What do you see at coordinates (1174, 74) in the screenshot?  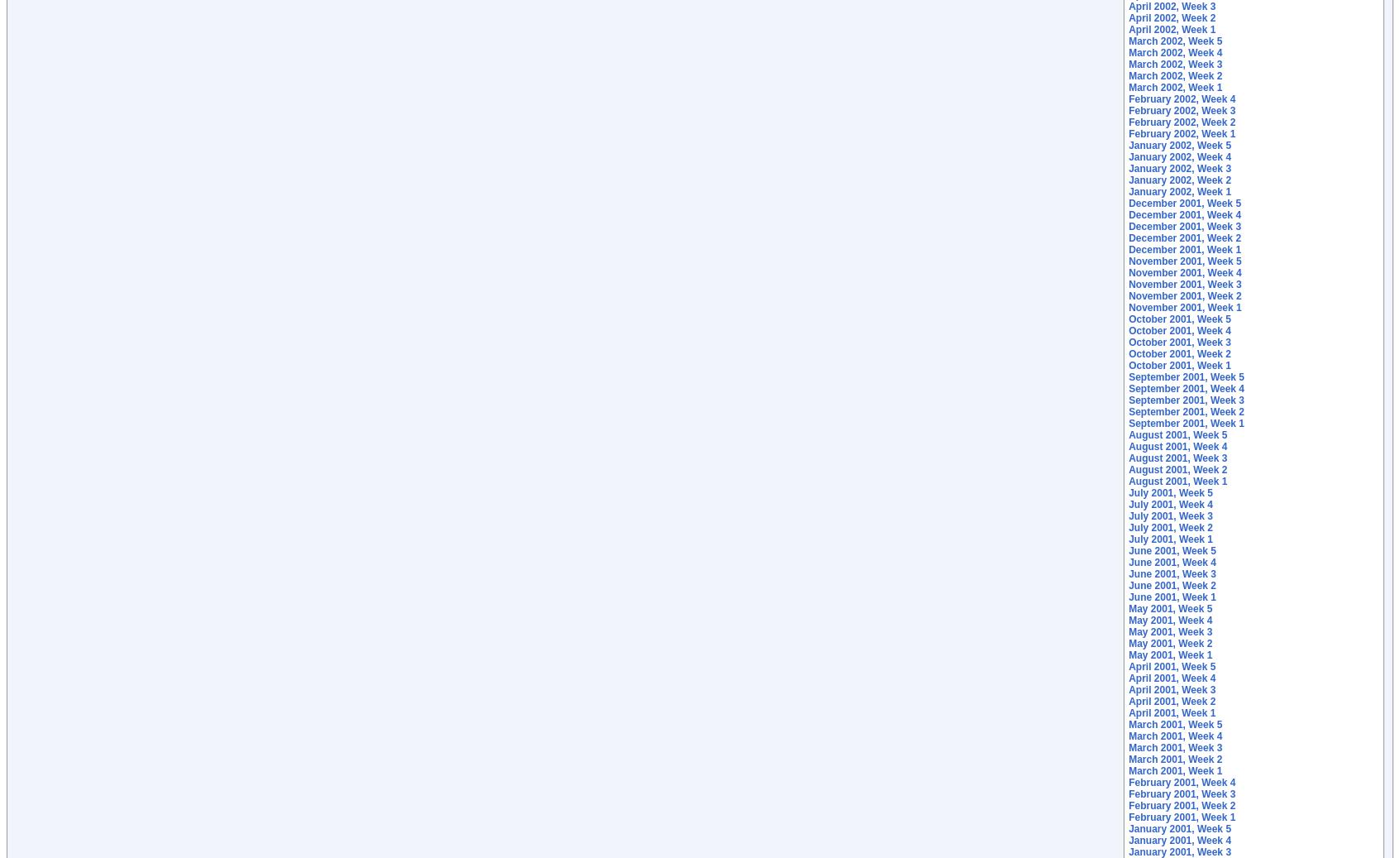 I see `'March 2002, Week 2'` at bounding box center [1174, 74].